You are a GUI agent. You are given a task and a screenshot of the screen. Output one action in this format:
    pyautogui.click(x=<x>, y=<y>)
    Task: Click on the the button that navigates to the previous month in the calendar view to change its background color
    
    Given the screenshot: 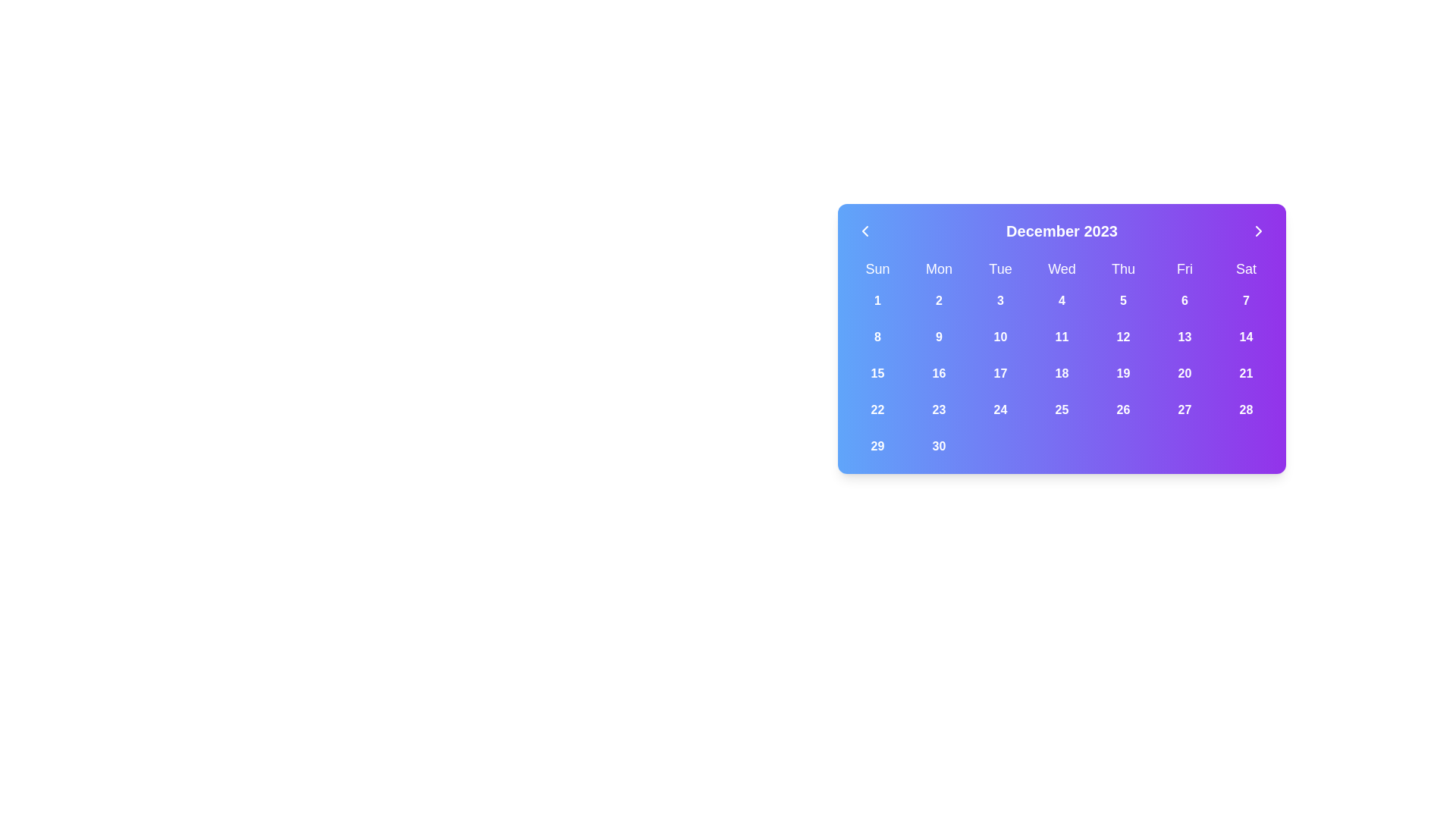 What is the action you would take?
    pyautogui.click(x=865, y=231)
    